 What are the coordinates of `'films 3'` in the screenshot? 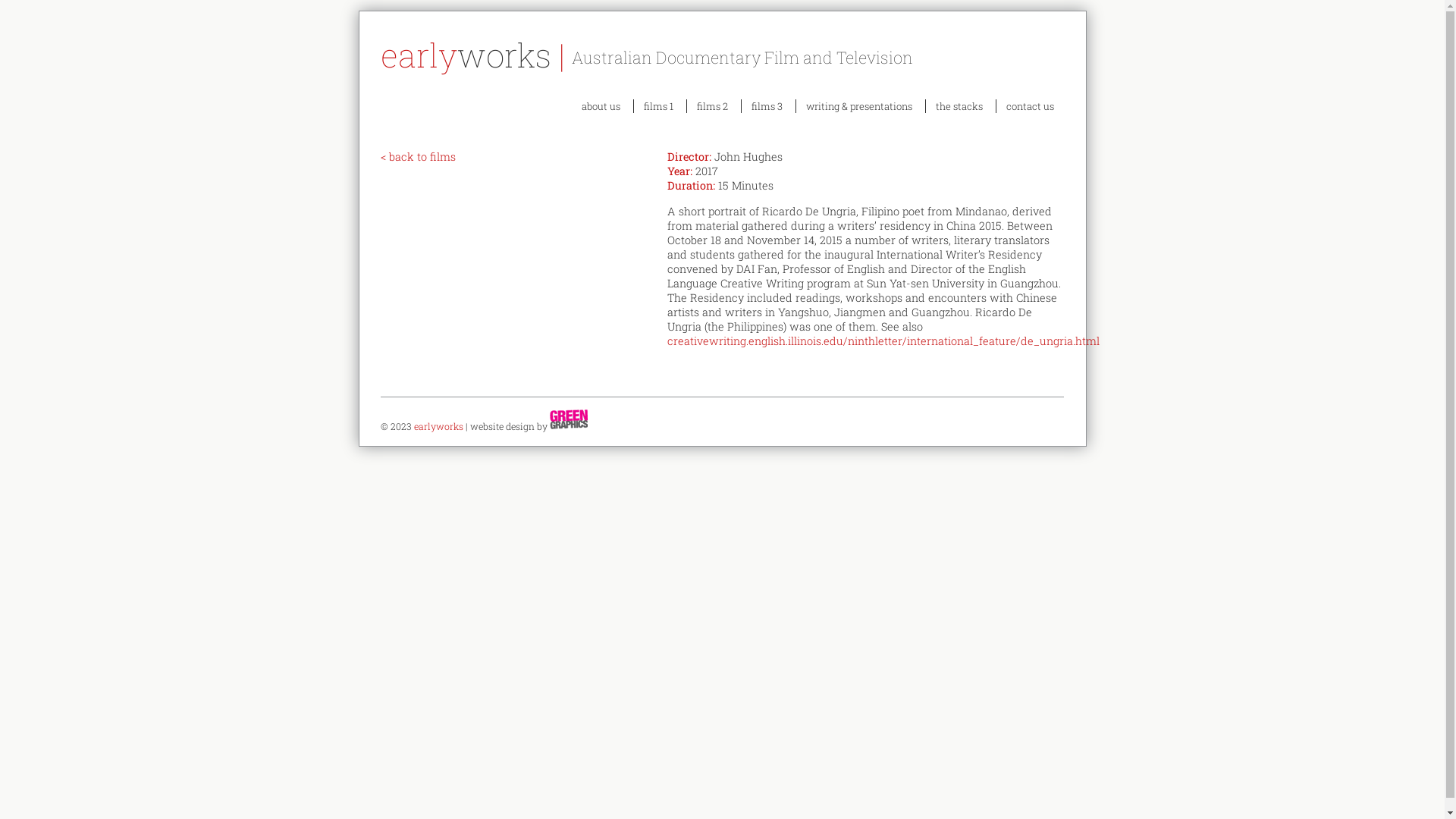 It's located at (767, 105).